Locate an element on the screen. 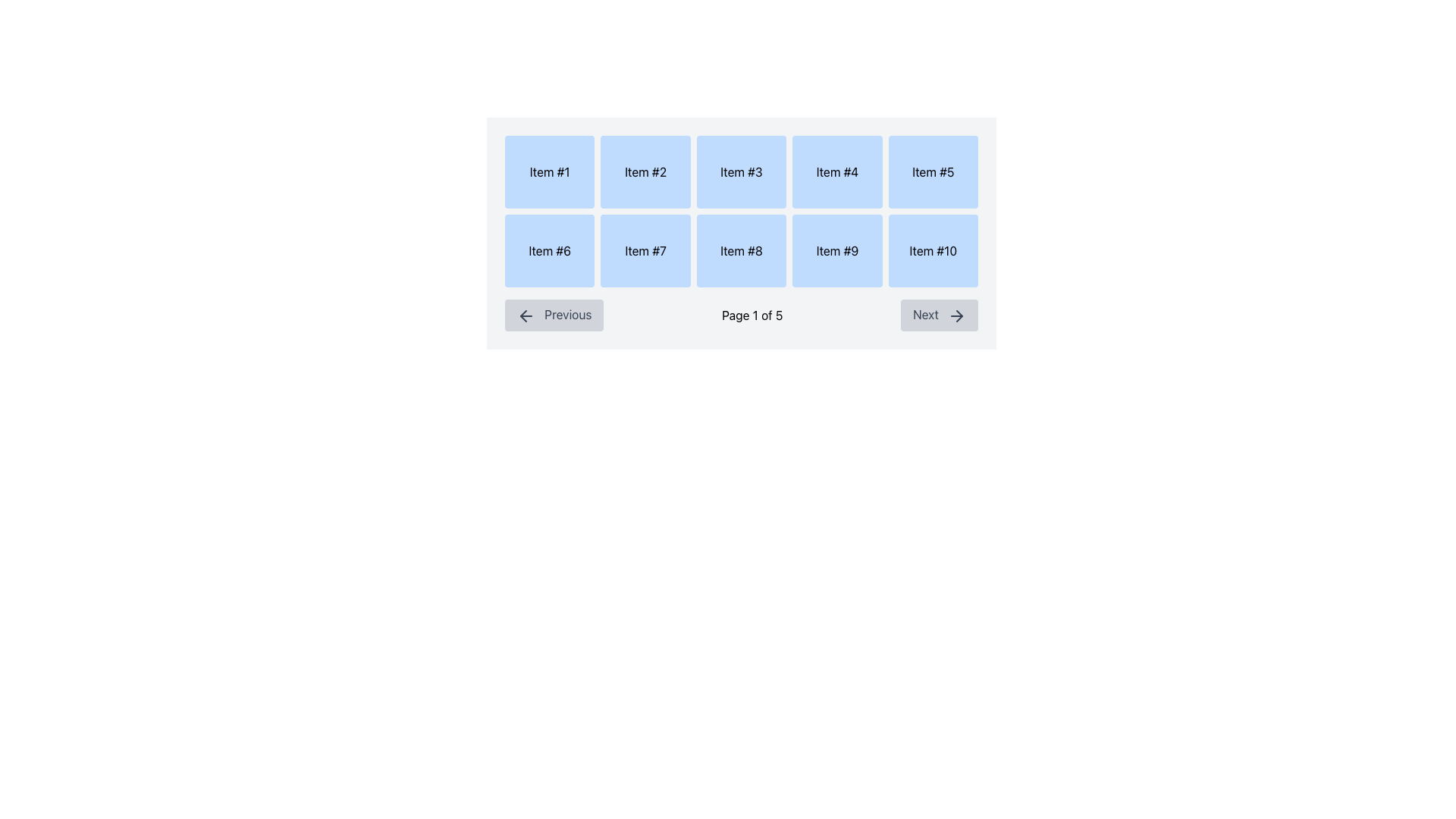  the disabled 'Previous' button located on the left side of the pagination control panel, which is styled to indicate it is inactive is located at coordinates (554, 314).